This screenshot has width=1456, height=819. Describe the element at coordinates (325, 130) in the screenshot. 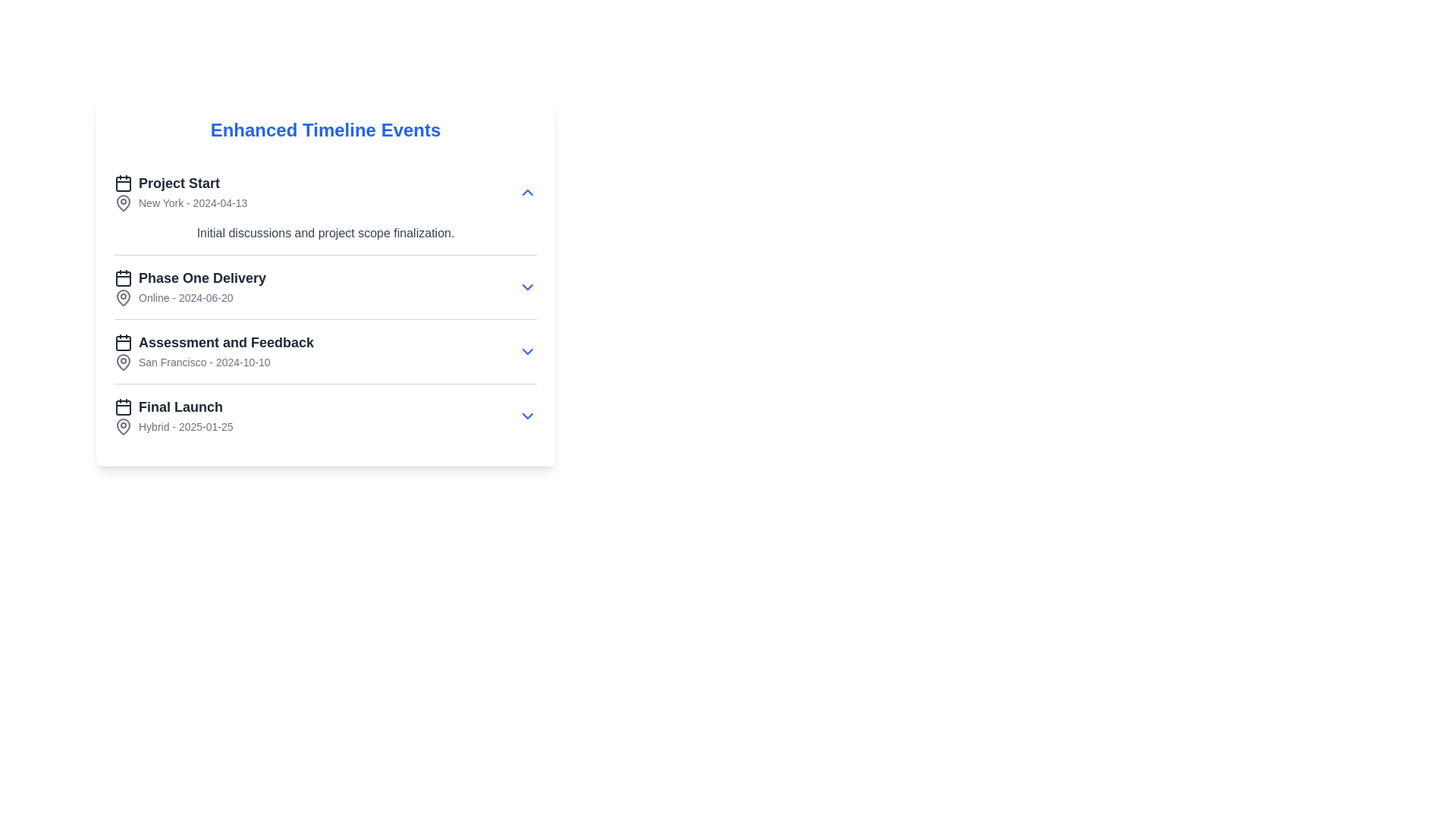

I see `the header text element that says 'Enhanced Timeline Events', prominently styled in blue and bold at the top of the white card` at that location.